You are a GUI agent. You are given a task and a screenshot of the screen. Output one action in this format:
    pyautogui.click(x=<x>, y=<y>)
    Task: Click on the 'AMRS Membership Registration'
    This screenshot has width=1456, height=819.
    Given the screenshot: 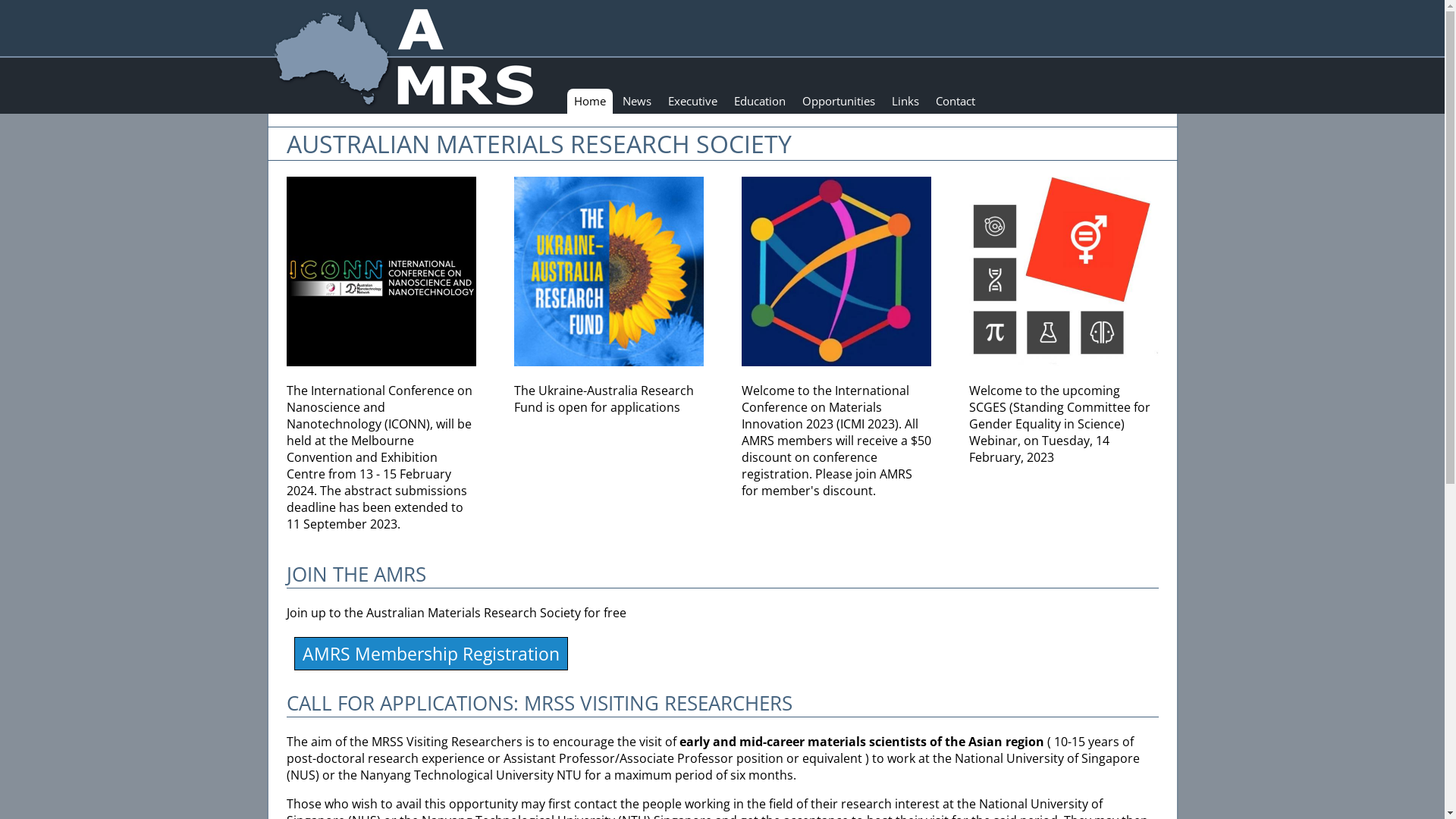 What is the action you would take?
    pyautogui.click(x=430, y=652)
    